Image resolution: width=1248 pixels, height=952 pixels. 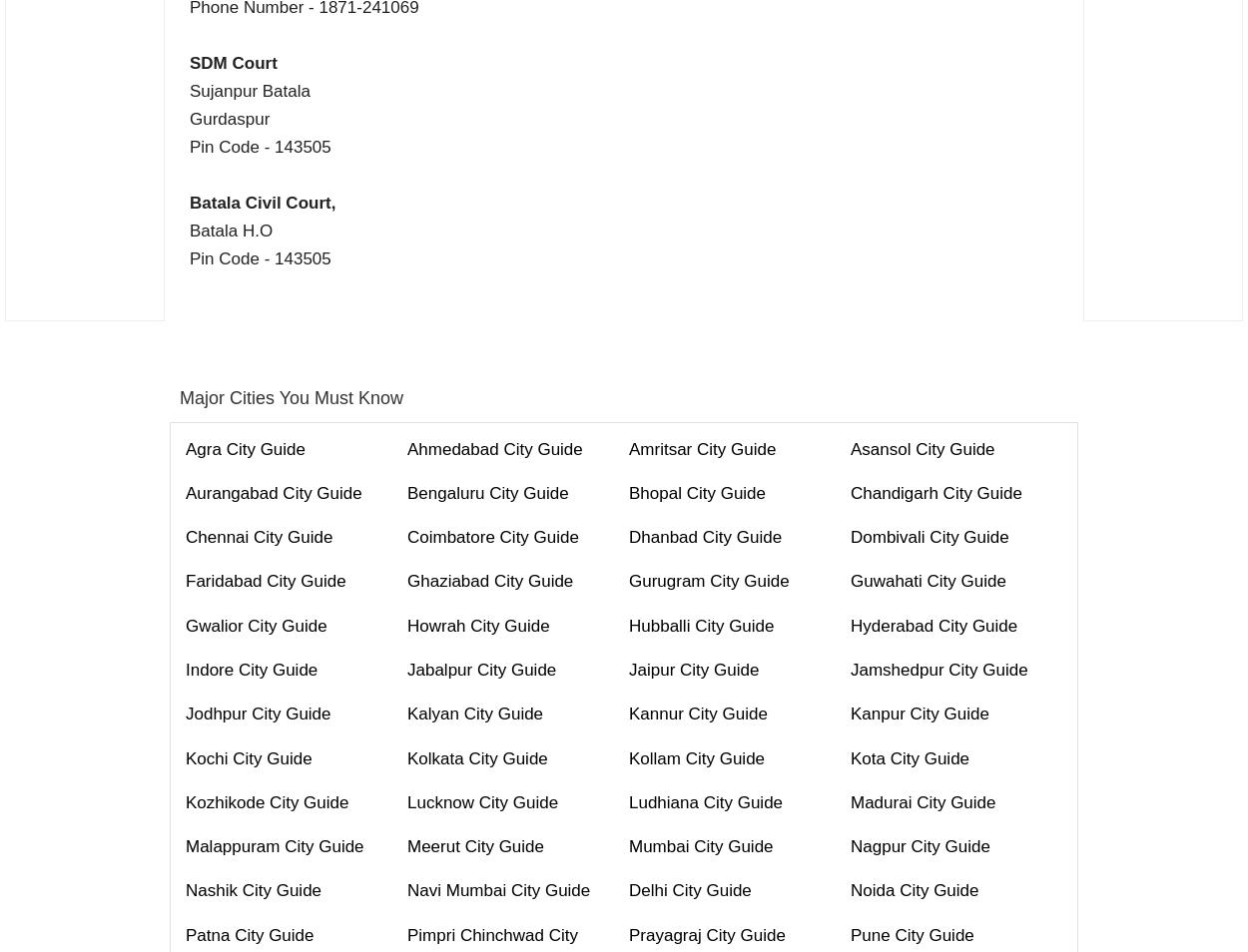 I want to click on 'Coimbatore City Guide', so click(x=407, y=536).